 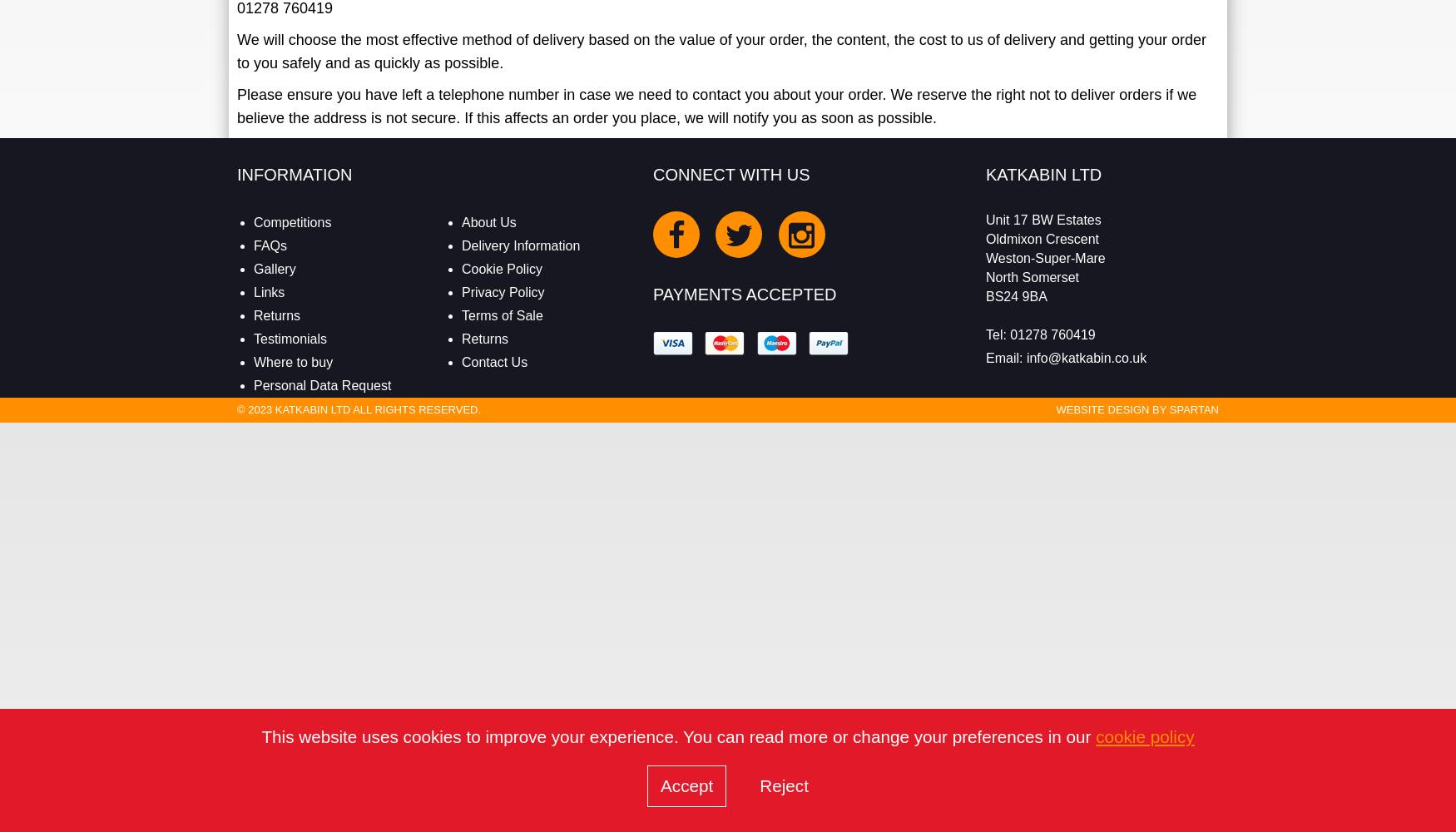 What do you see at coordinates (730, 174) in the screenshot?
I see `'Connect With Us'` at bounding box center [730, 174].